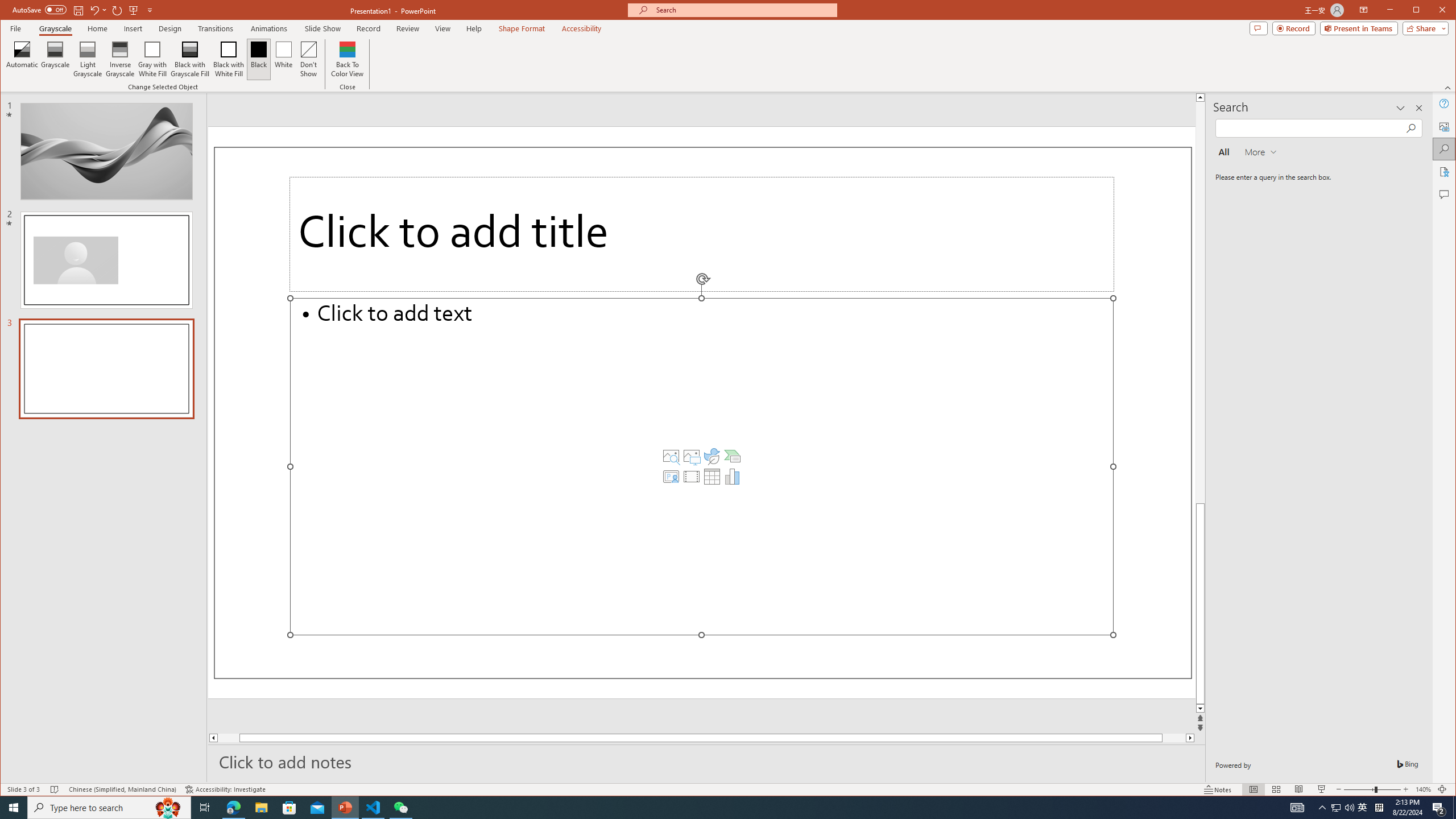 This screenshot has width=1456, height=819. I want to click on 'System', so click(11, 11).